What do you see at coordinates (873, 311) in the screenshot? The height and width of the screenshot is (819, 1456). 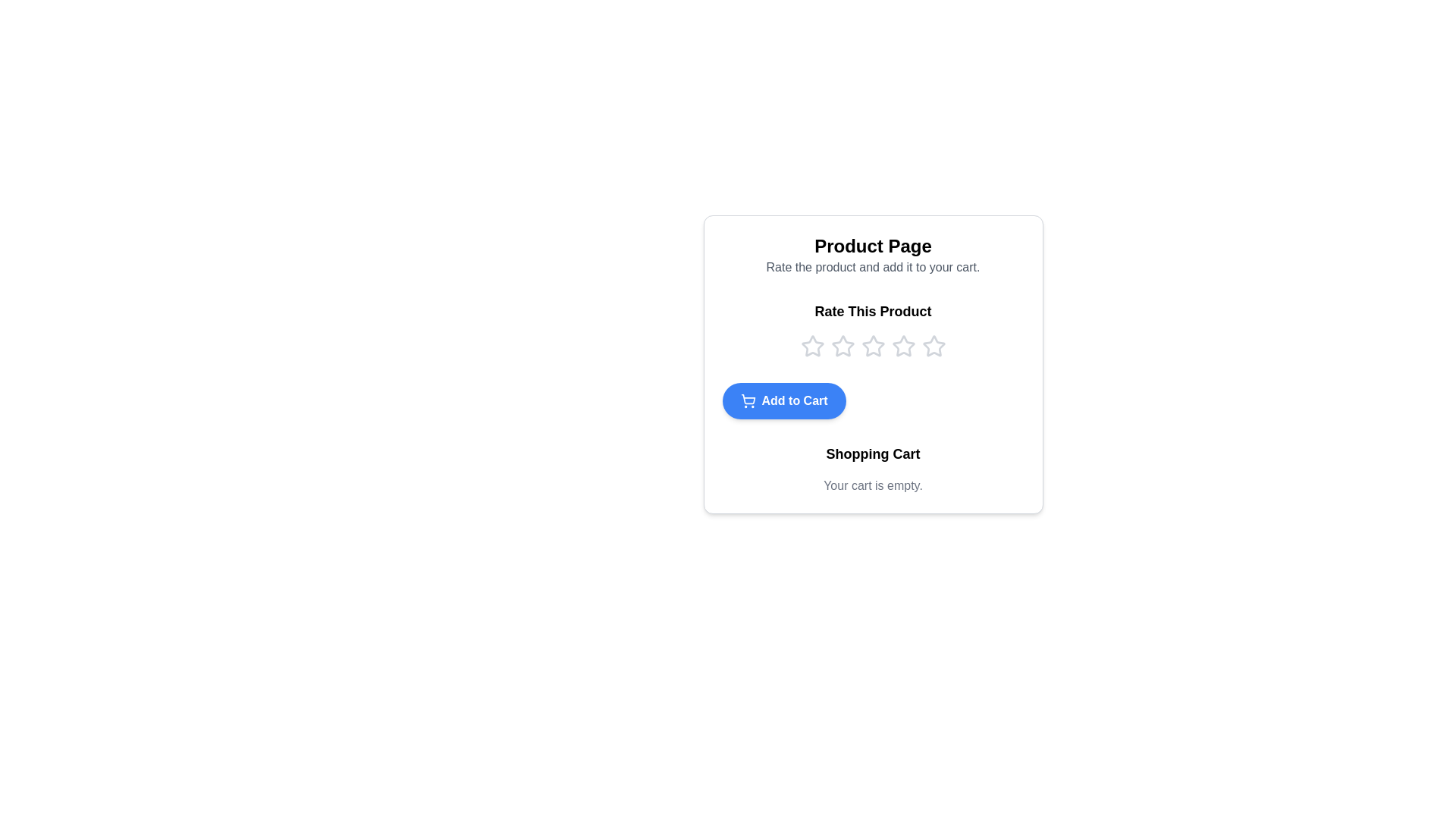 I see `the text label that introduces the section for rating or feedback, located centrally above the interactive star icons` at bounding box center [873, 311].